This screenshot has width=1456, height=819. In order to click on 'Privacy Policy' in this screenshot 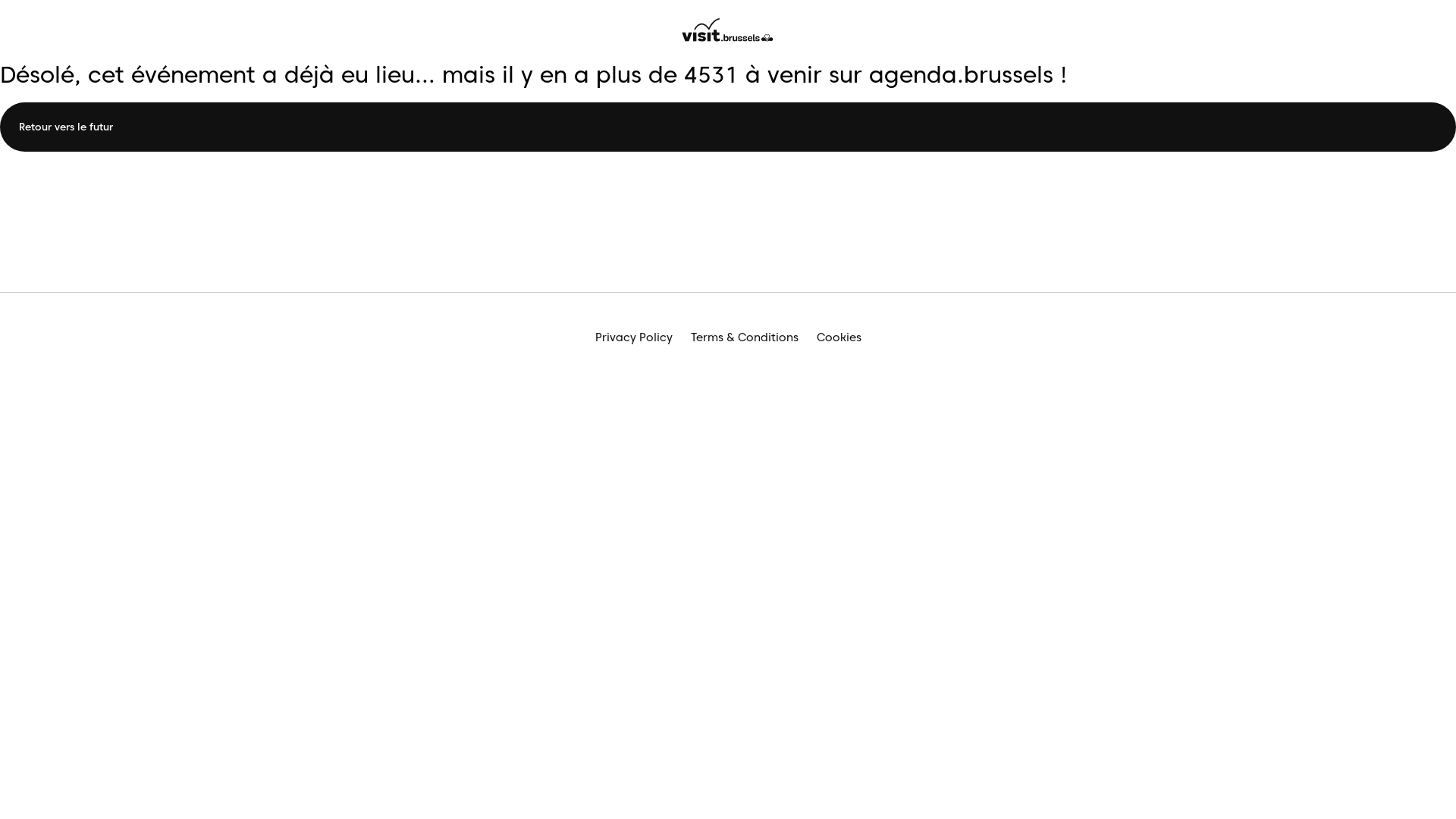, I will do `click(593, 337)`.